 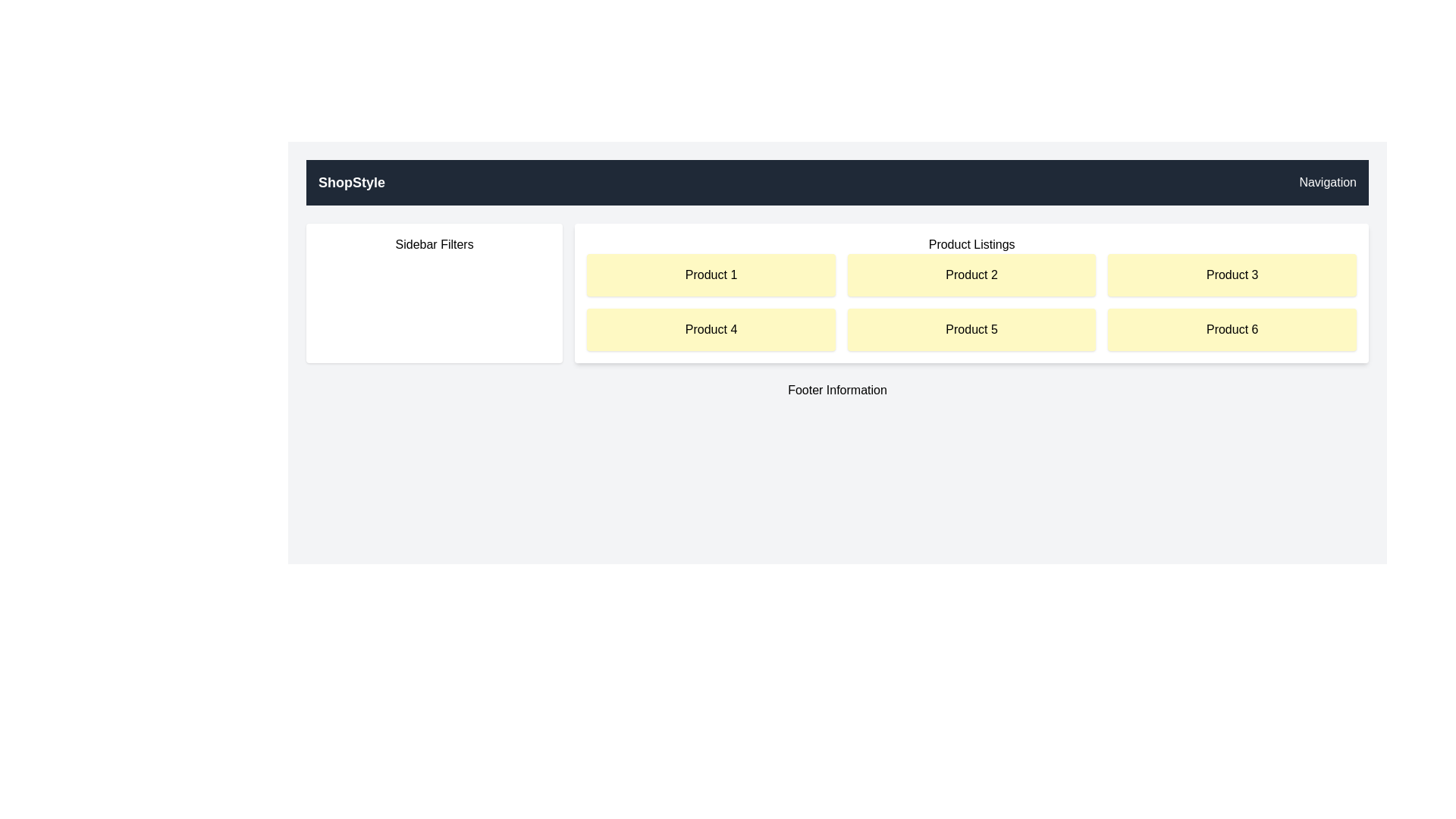 What do you see at coordinates (1232, 275) in the screenshot?
I see `the 'Product 3' text label, which is a rectangular element with a light yellow background and rounded corners, displayed in bold black font` at bounding box center [1232, 275].